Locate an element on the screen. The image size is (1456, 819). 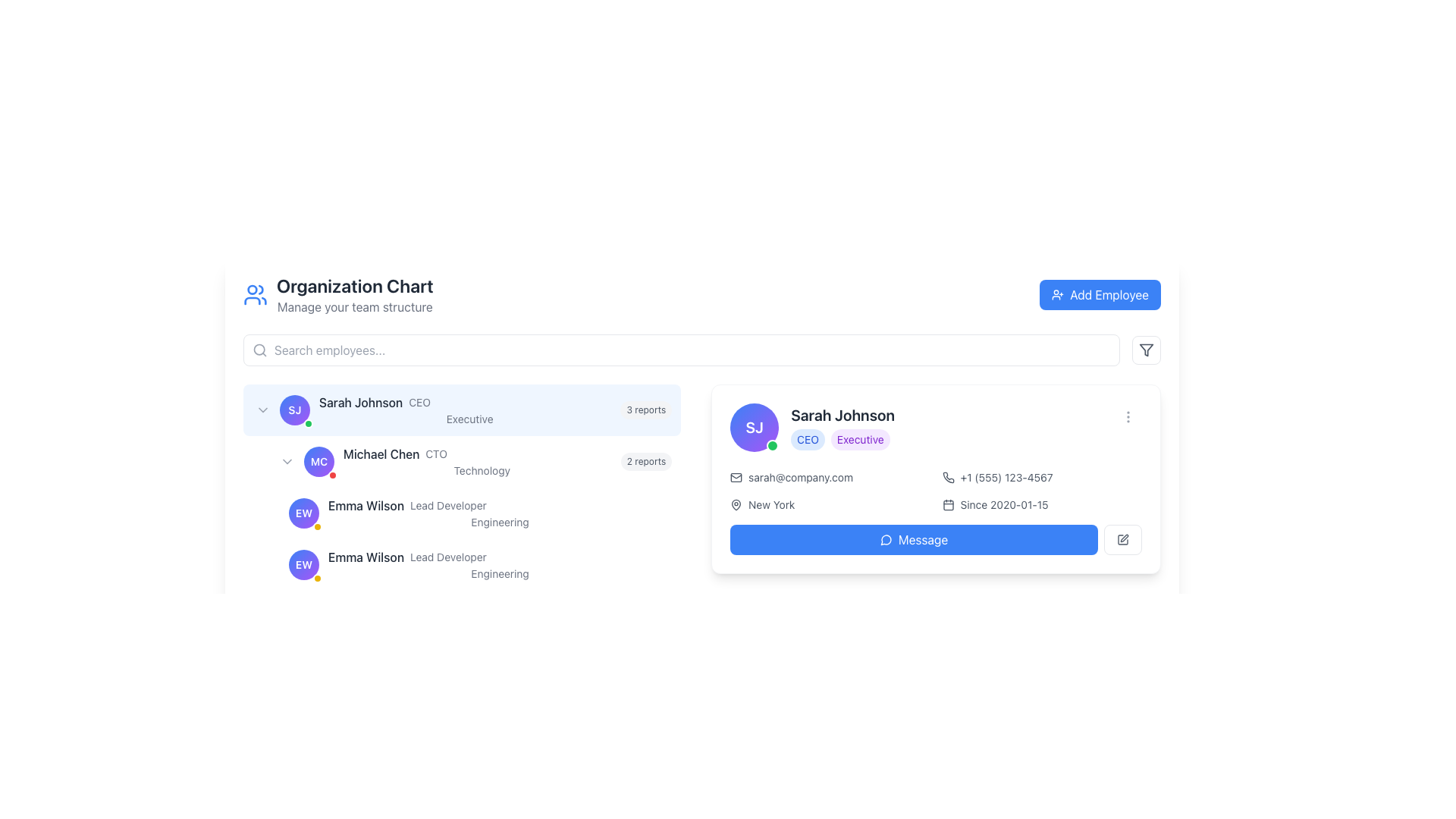
the calendar icon located in the user's details card about Sarah Johnson is located at coordinates (947, 505).